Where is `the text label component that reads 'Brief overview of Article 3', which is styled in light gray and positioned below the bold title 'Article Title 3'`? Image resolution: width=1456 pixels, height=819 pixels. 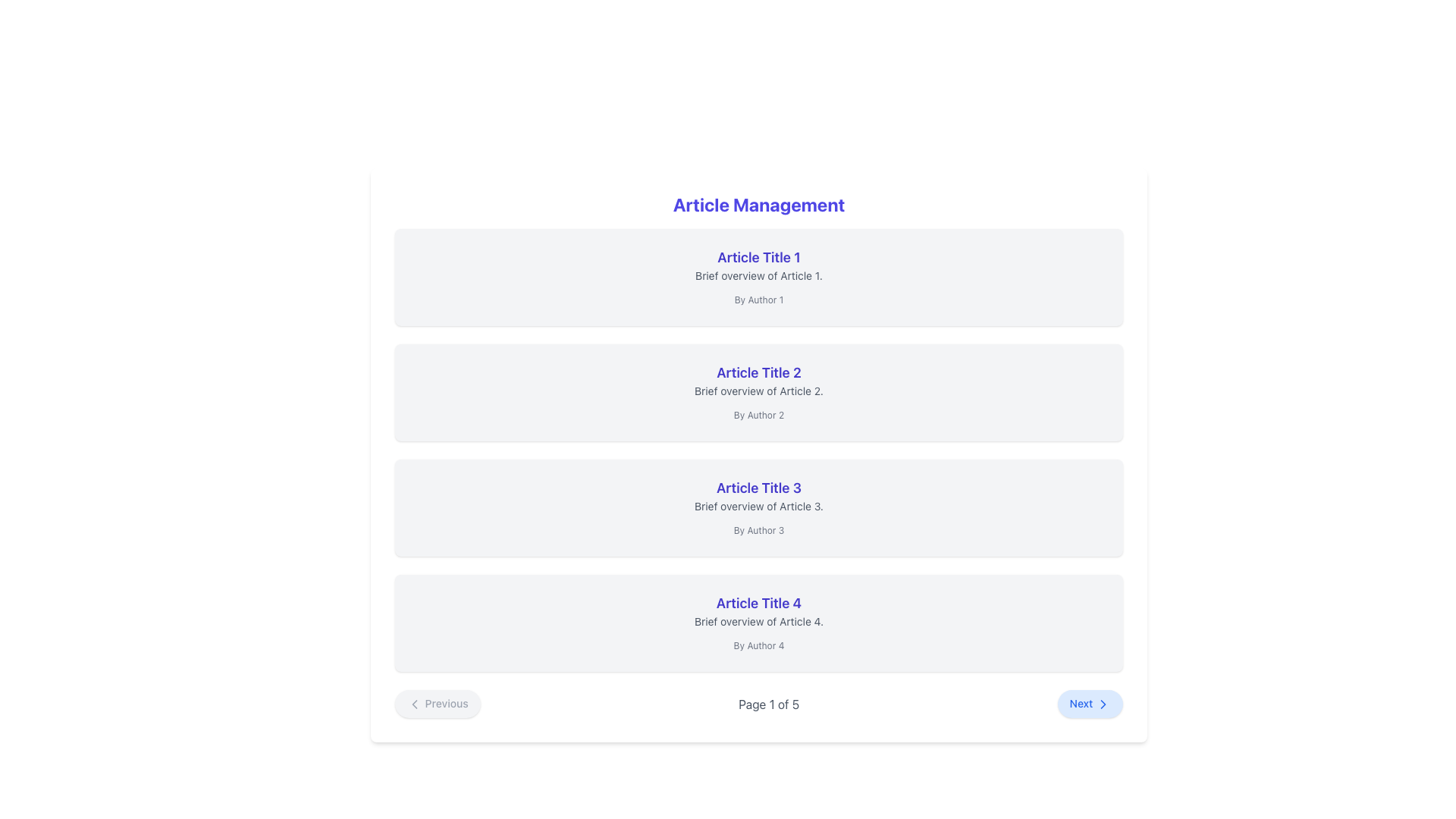 the text label component that reads 'Brief overview of Article 3', which is styled in light gray and positioned below the bold title 'Article Title 3' is located at coordinates (759, 506).